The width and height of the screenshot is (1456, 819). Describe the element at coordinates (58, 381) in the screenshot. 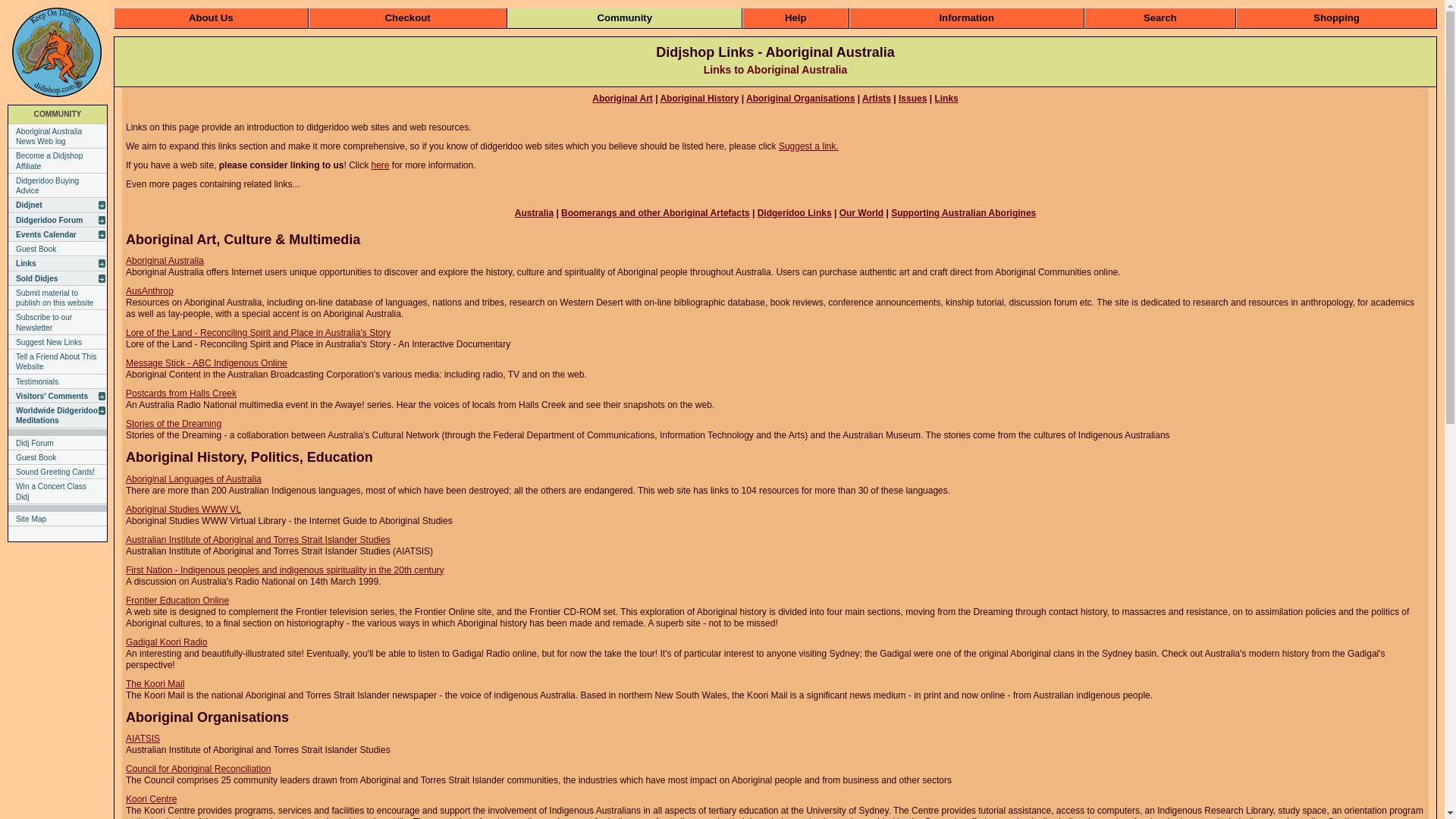

I see `'Testimonials'` at that location.